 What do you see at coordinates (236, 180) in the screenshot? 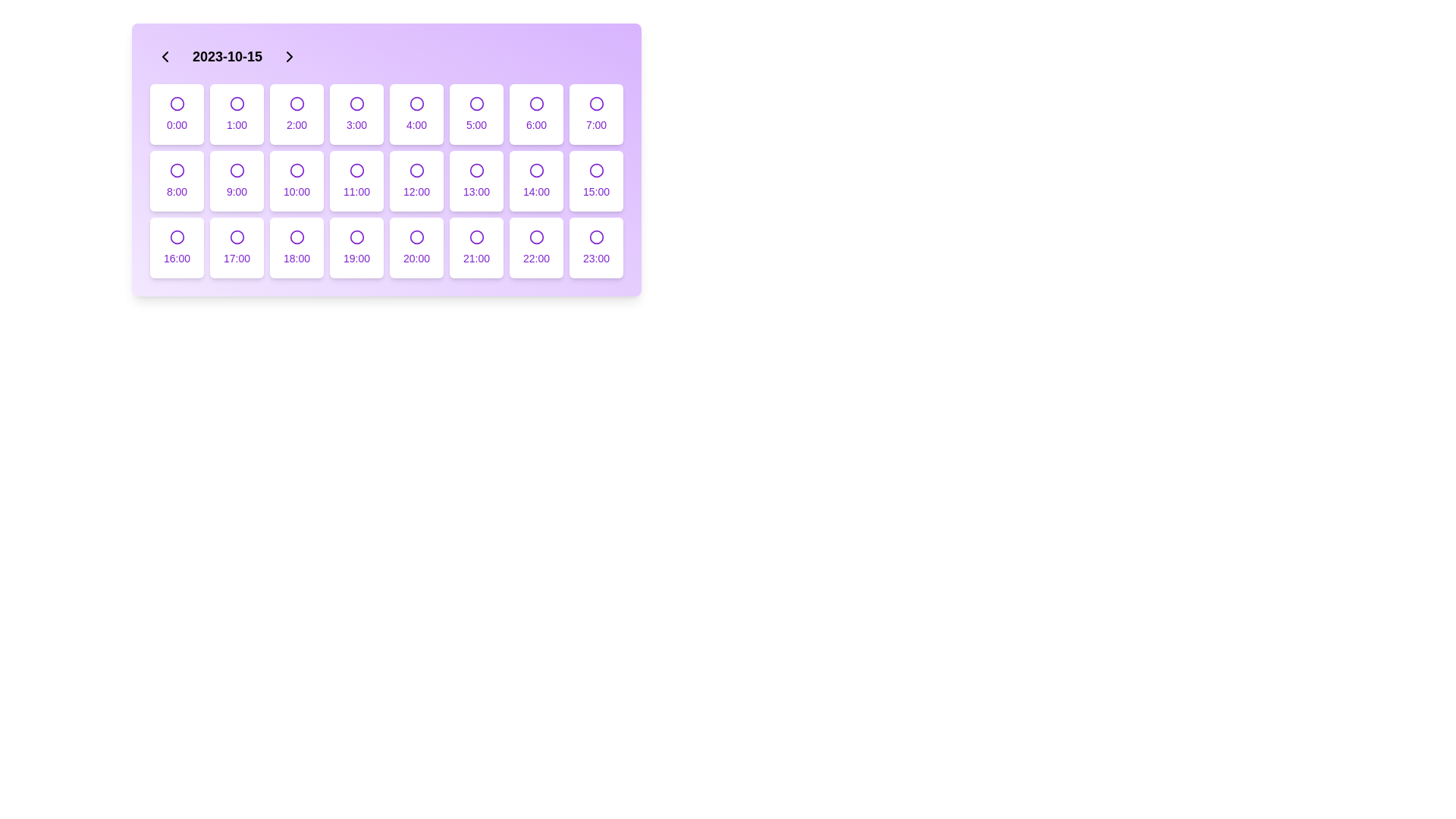
I see `the button labeled '9:00' with a white background and a purple border` at bounding box center [236, 180].